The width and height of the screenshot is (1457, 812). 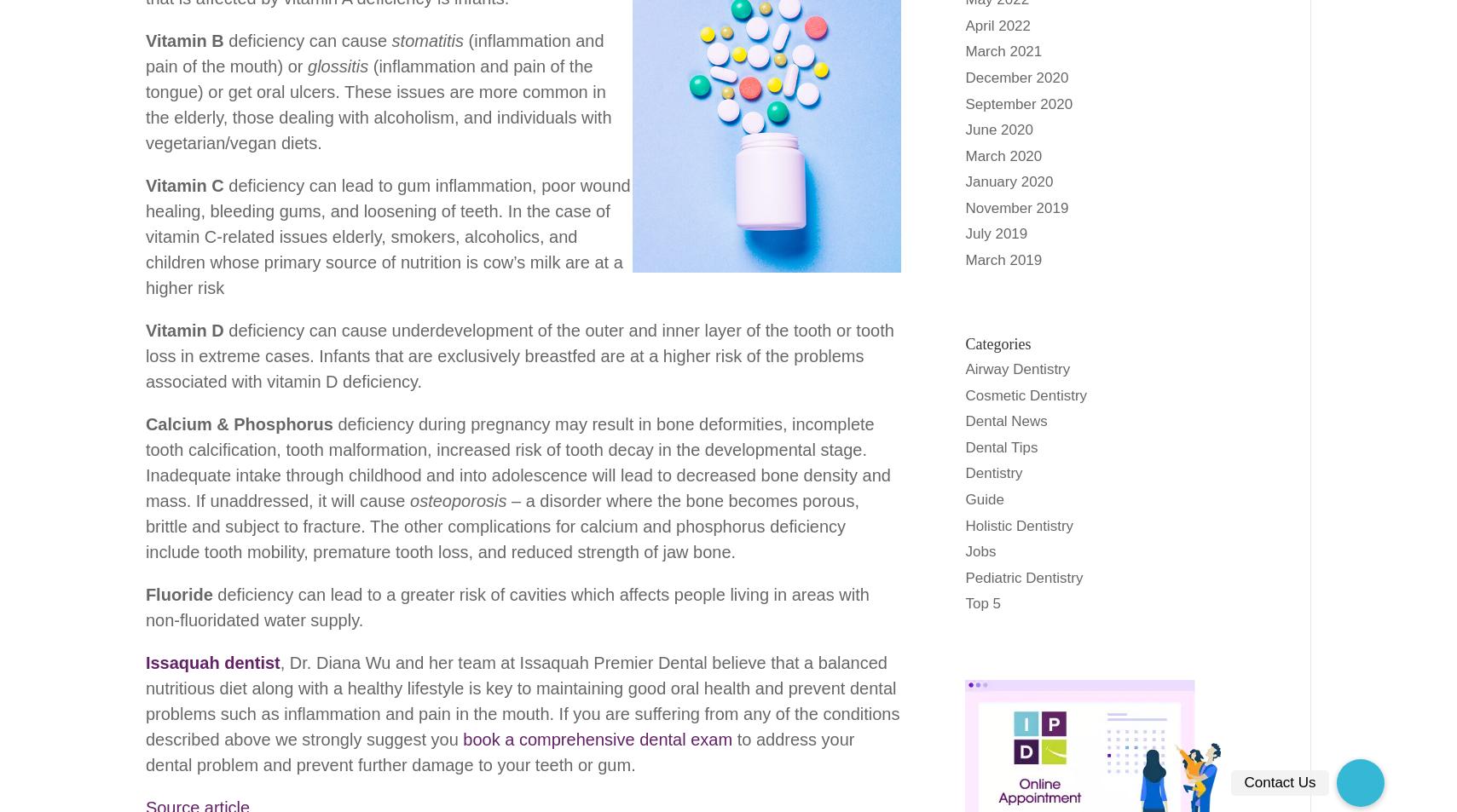 What do you see at coordinates (500, 525) in the screenshot?
I see `'– a disorder where the bone becomes porous, brittle and subject to fracture. The other complications for calcium and phosphorus deficiency include tooth mobility, premature tooth loss, and reduced strength of jaw bone.'` at bounding box center [500, 525].